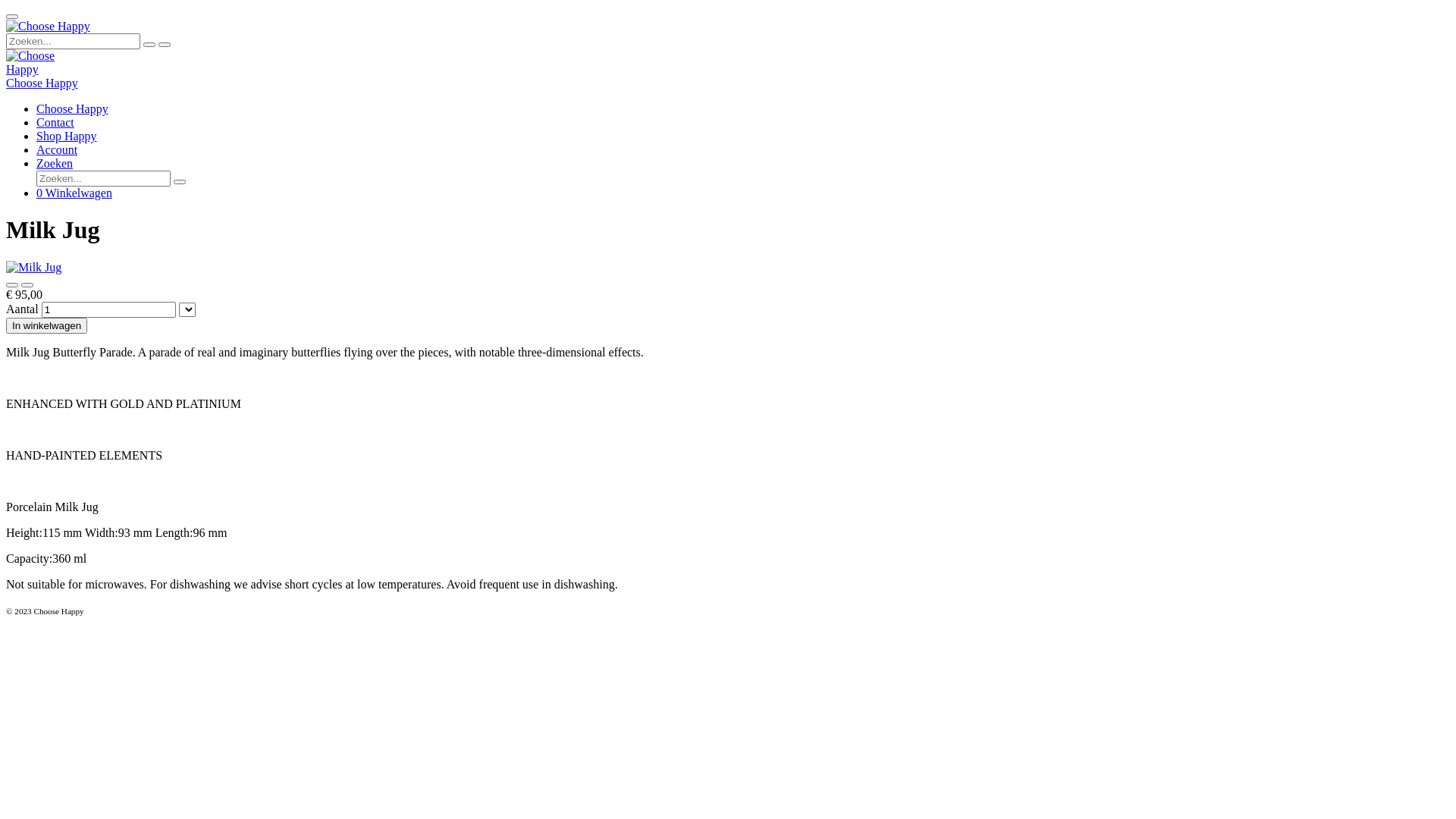 The image size is (1456, 819). I want to click on 'HAND-PAINTED ELEMENTS', so click(83, 454).